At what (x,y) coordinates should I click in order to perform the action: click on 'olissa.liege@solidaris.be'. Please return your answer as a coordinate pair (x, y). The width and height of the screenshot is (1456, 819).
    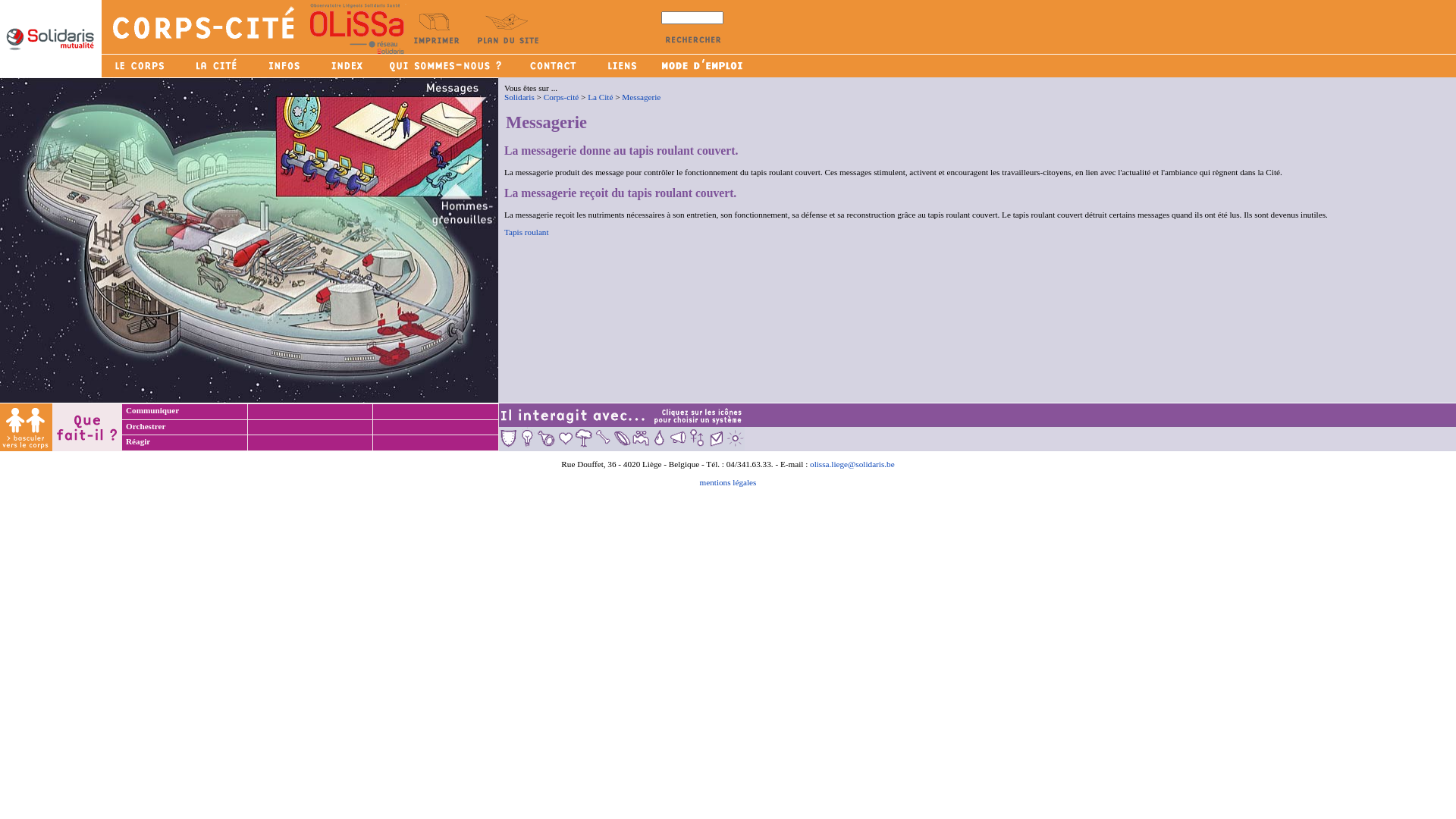
    Looking at the image, I should click on (852, 463).